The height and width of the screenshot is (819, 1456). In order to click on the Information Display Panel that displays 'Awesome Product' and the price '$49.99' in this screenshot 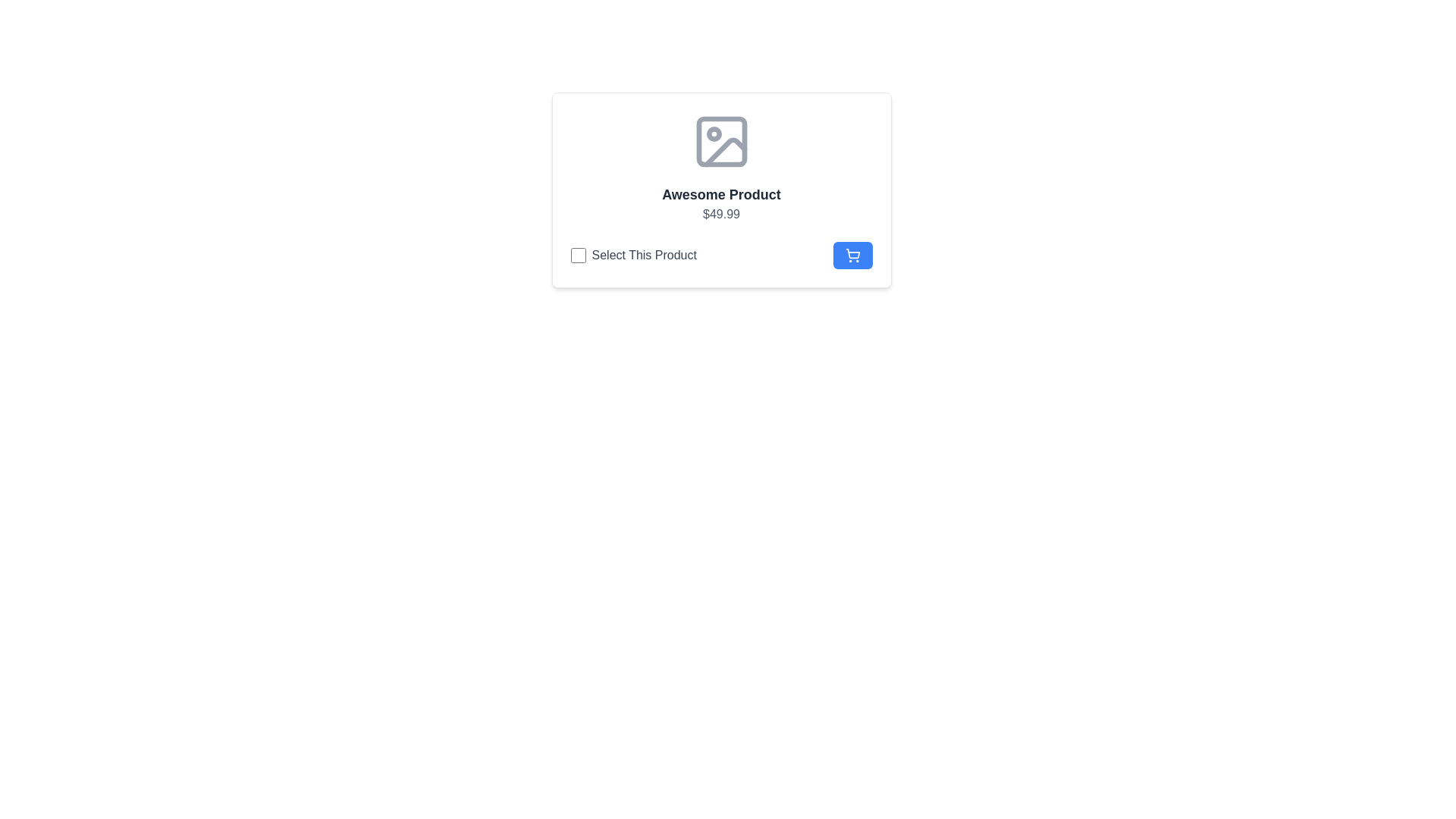, I will do `click(720, 167)`.